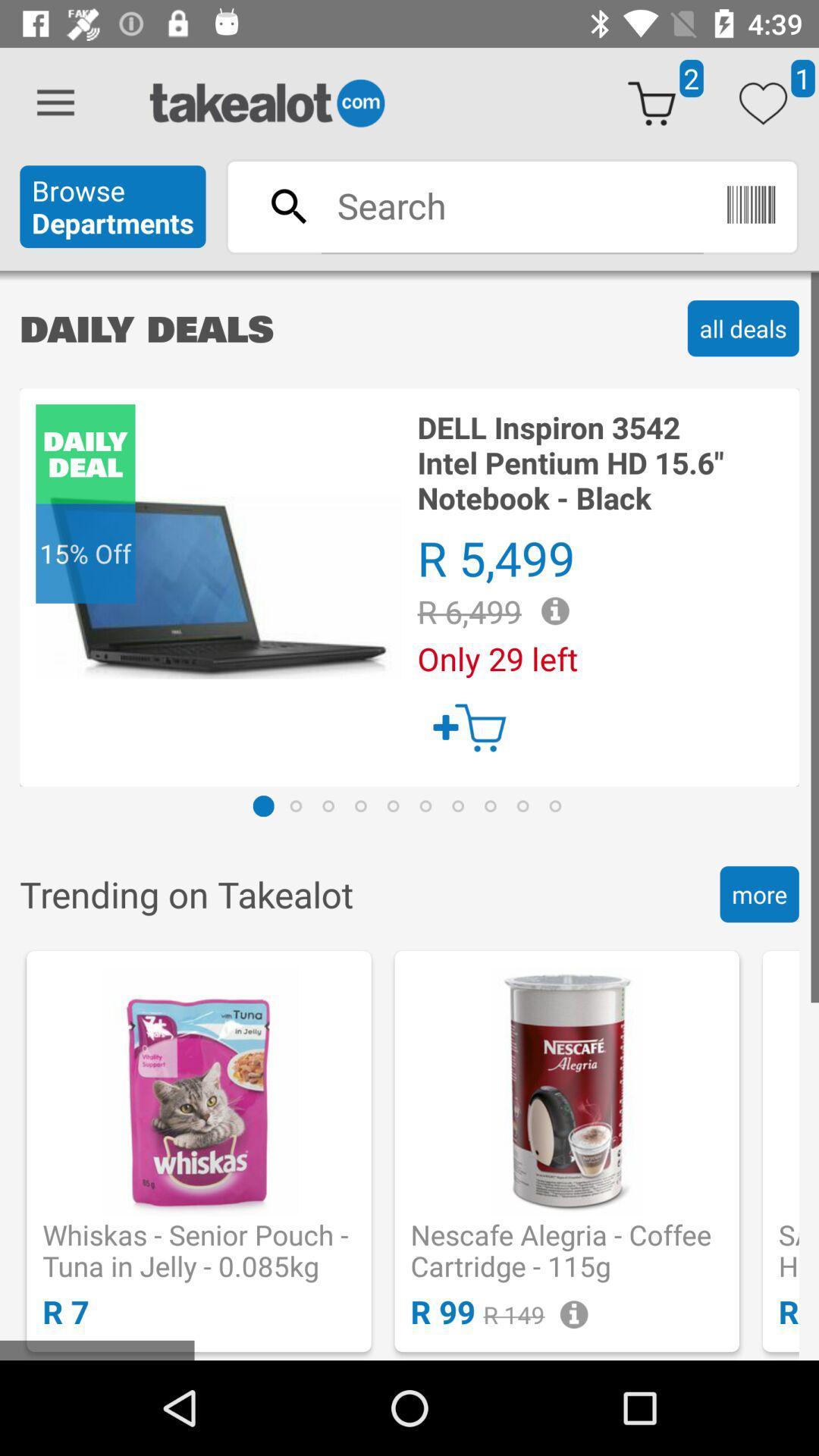 This screenshot has height=1456, width=819. Describe the element at coordinates (512, 205) in the screenshot. I see `search bar` at that location.